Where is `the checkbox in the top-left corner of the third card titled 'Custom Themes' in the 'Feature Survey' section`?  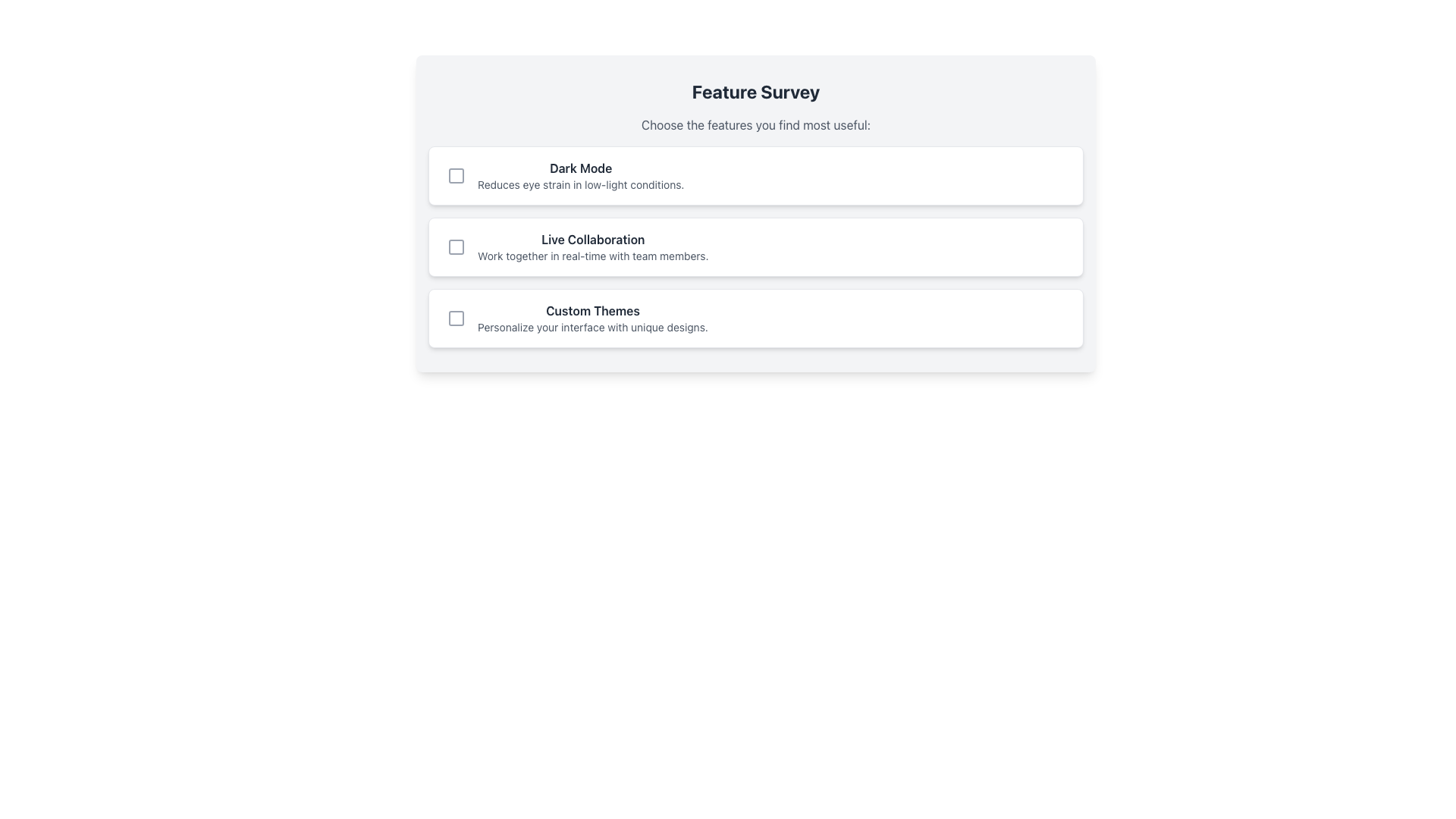
the checkbox in the top-left corner of the third card titled 'Custom Themes' in the 'Feature Survey' section is located at coordinates (756, 318).